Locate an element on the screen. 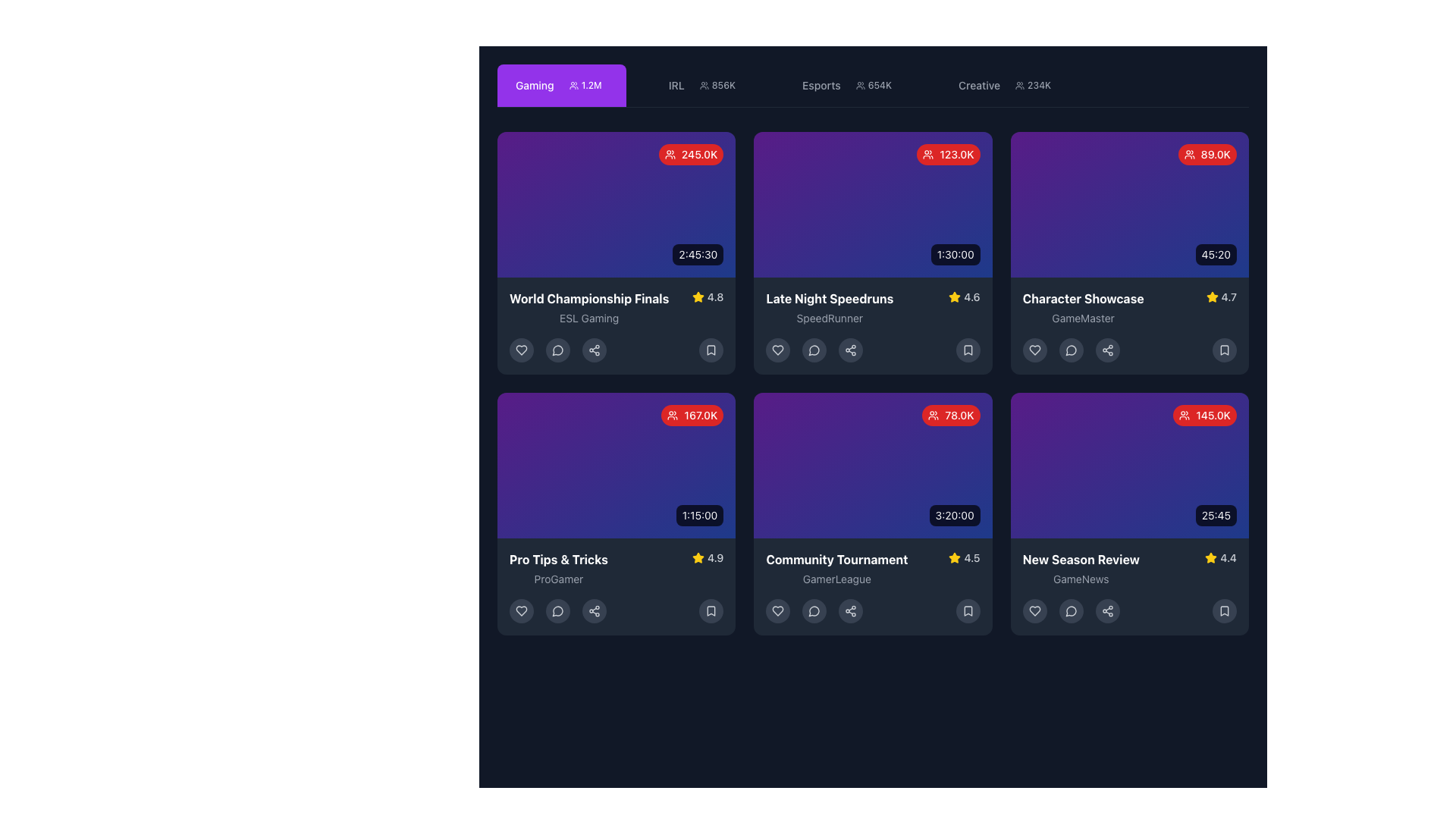 This screenshot has width=1456, height=819. the rating component displaying a star icon filled with yellow and the numeric value '4.6', located in the bottom-right corner of the 'Late Night Speedruns' card is located at coordinates (964, 297).